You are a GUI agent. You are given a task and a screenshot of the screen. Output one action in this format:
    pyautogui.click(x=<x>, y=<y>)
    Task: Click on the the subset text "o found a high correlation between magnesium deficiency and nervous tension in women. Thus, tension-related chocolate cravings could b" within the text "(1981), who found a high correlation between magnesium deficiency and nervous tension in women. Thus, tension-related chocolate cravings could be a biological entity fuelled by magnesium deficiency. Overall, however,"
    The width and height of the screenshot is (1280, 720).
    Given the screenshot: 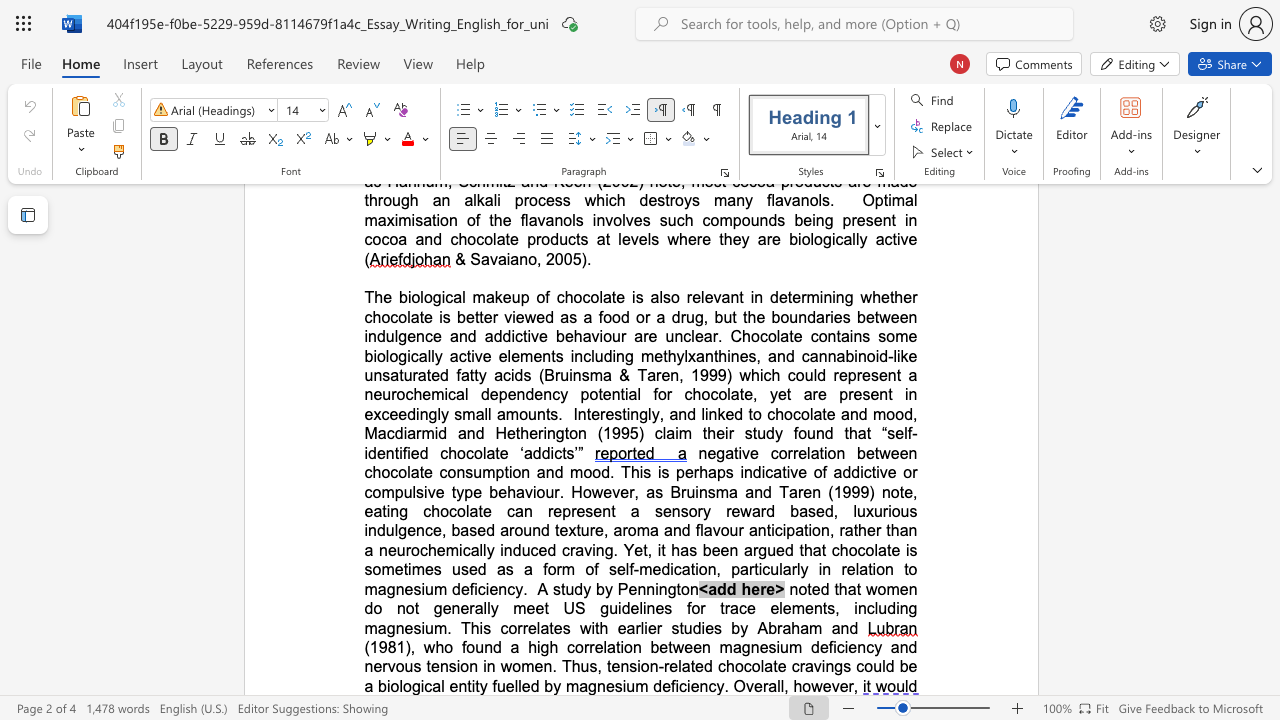 What is the action you would take?
    pyautogui.click(x=443, y=647)
    